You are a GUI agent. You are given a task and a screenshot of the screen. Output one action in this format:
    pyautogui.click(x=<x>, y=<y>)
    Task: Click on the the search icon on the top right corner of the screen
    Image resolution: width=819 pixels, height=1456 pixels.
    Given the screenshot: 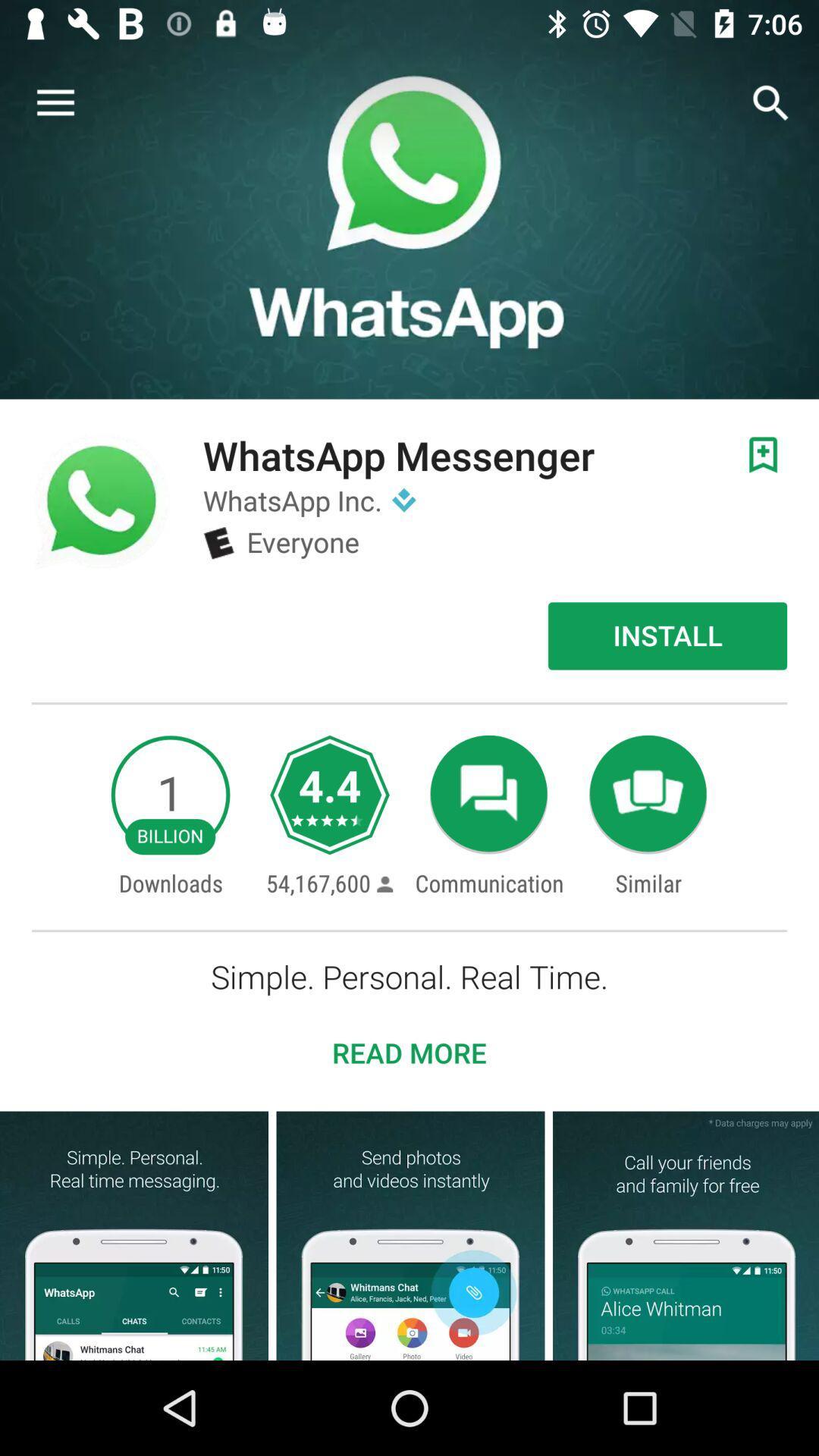 What is the action you would take?
    pyautogui.click(x=771, y=103)
    